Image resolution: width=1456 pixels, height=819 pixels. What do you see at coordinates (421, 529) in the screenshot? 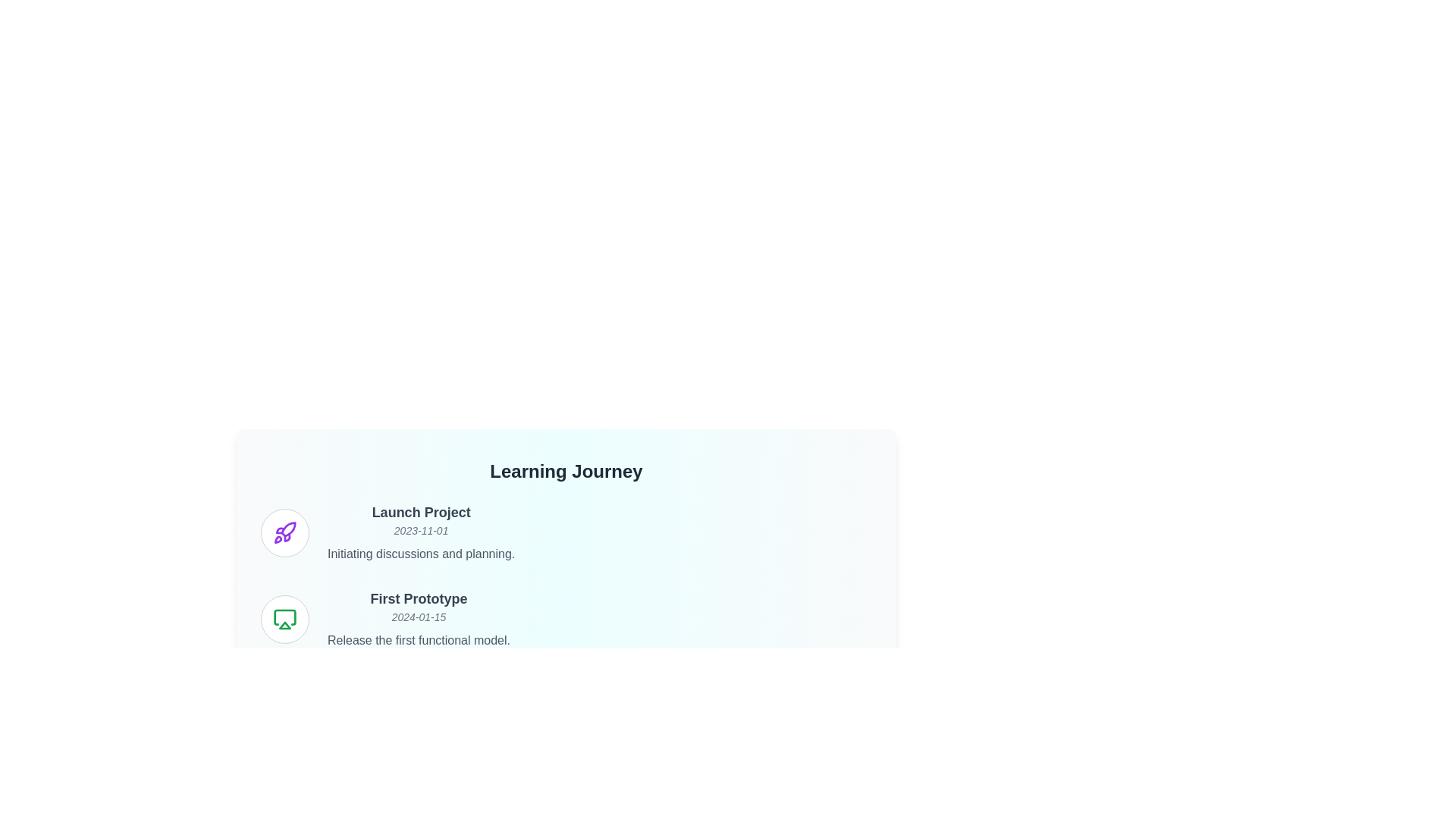
I see `the italicized gray text reading '2023-11-01', which is located beneath the 'Launch Project' heading` at bounding box center [421, 529].